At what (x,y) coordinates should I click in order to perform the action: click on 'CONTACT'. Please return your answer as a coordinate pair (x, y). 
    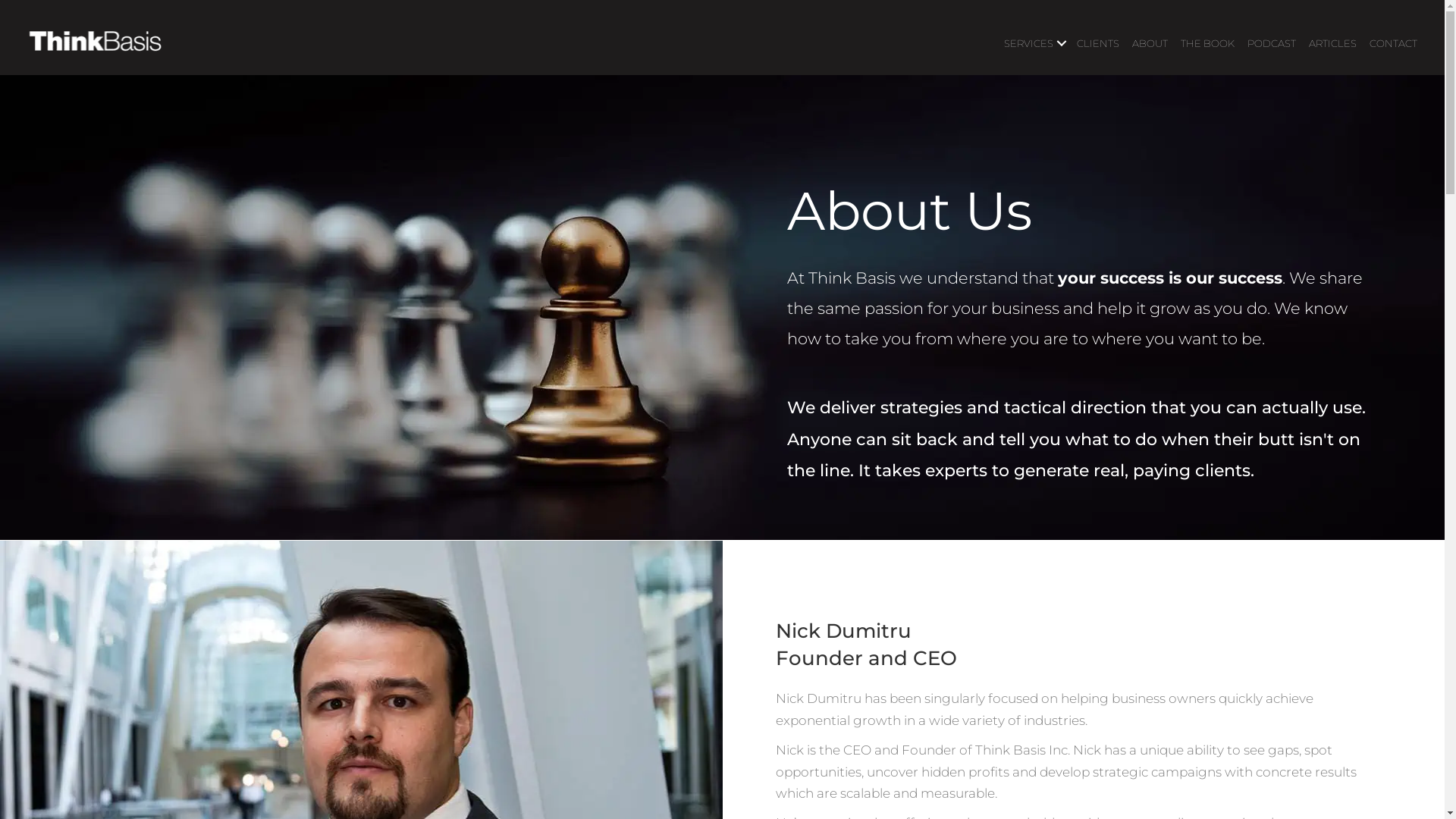
    Looking at the image, I should click on (1393, 42).